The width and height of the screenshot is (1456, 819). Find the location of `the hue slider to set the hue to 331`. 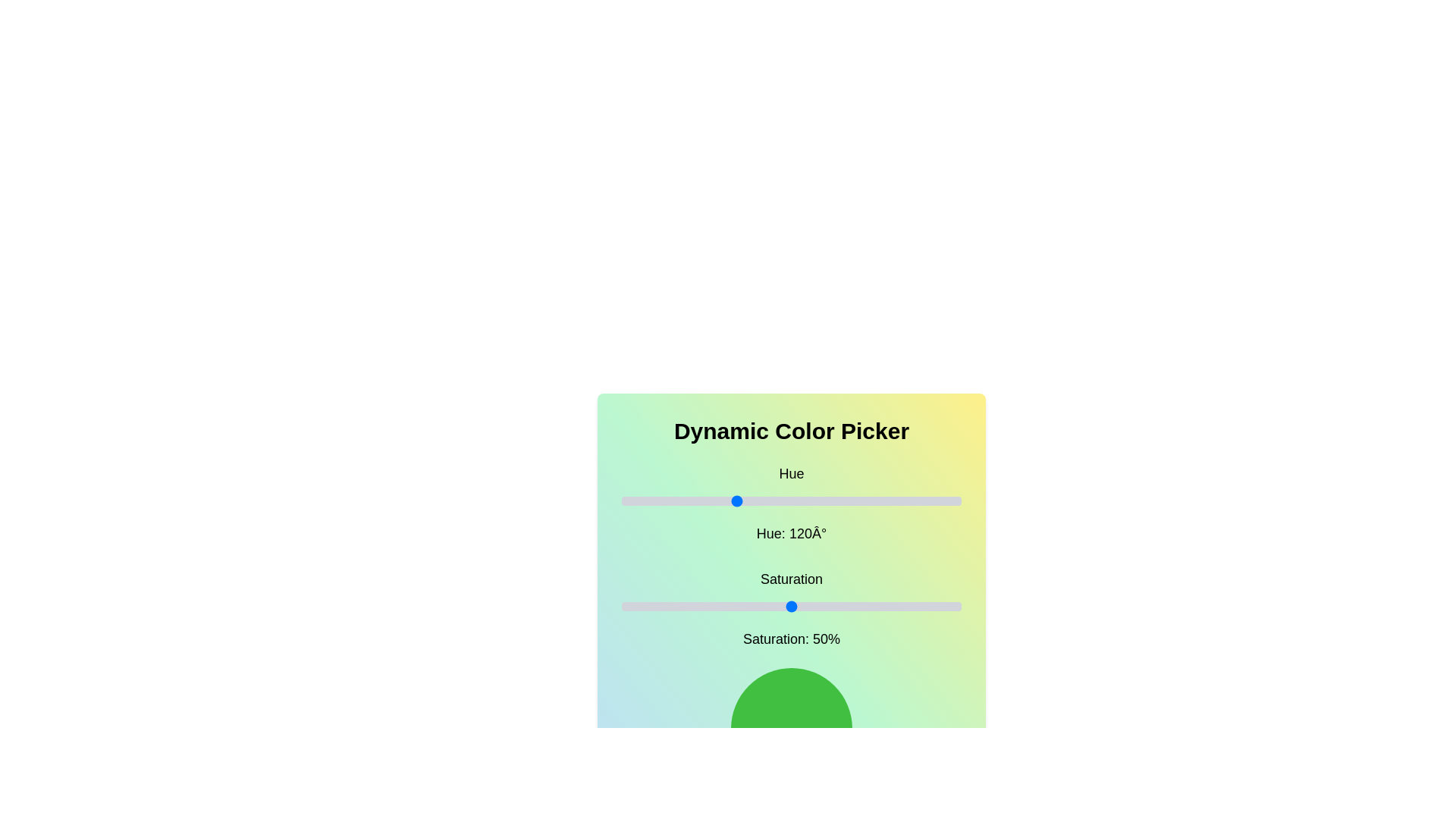

the hue slider to set the hue to 331 is located at coordinates (933, 500).